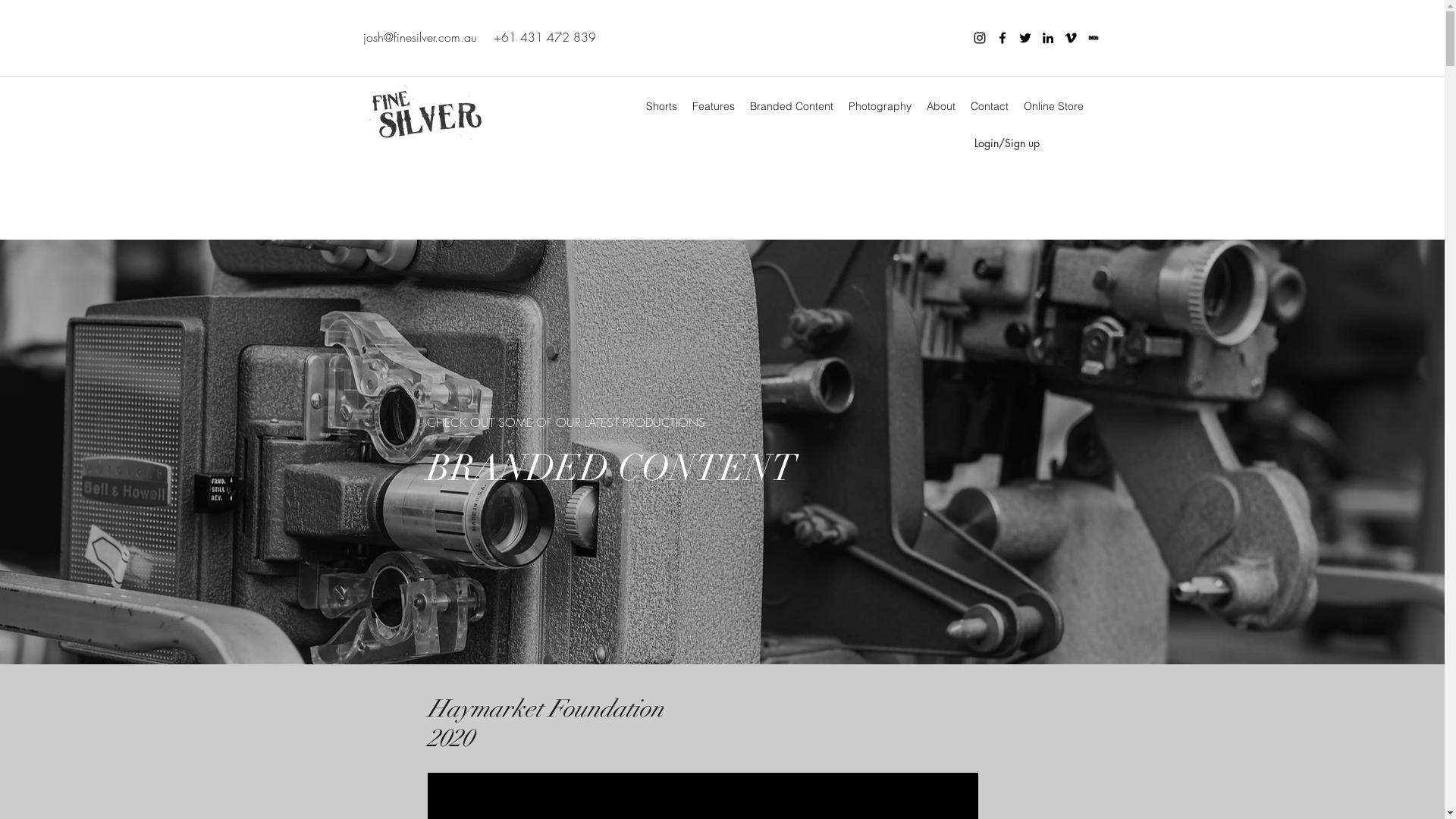 This screenshot has width=1456, height=819. I want to click on 'Branded Content', so click(742, 105).